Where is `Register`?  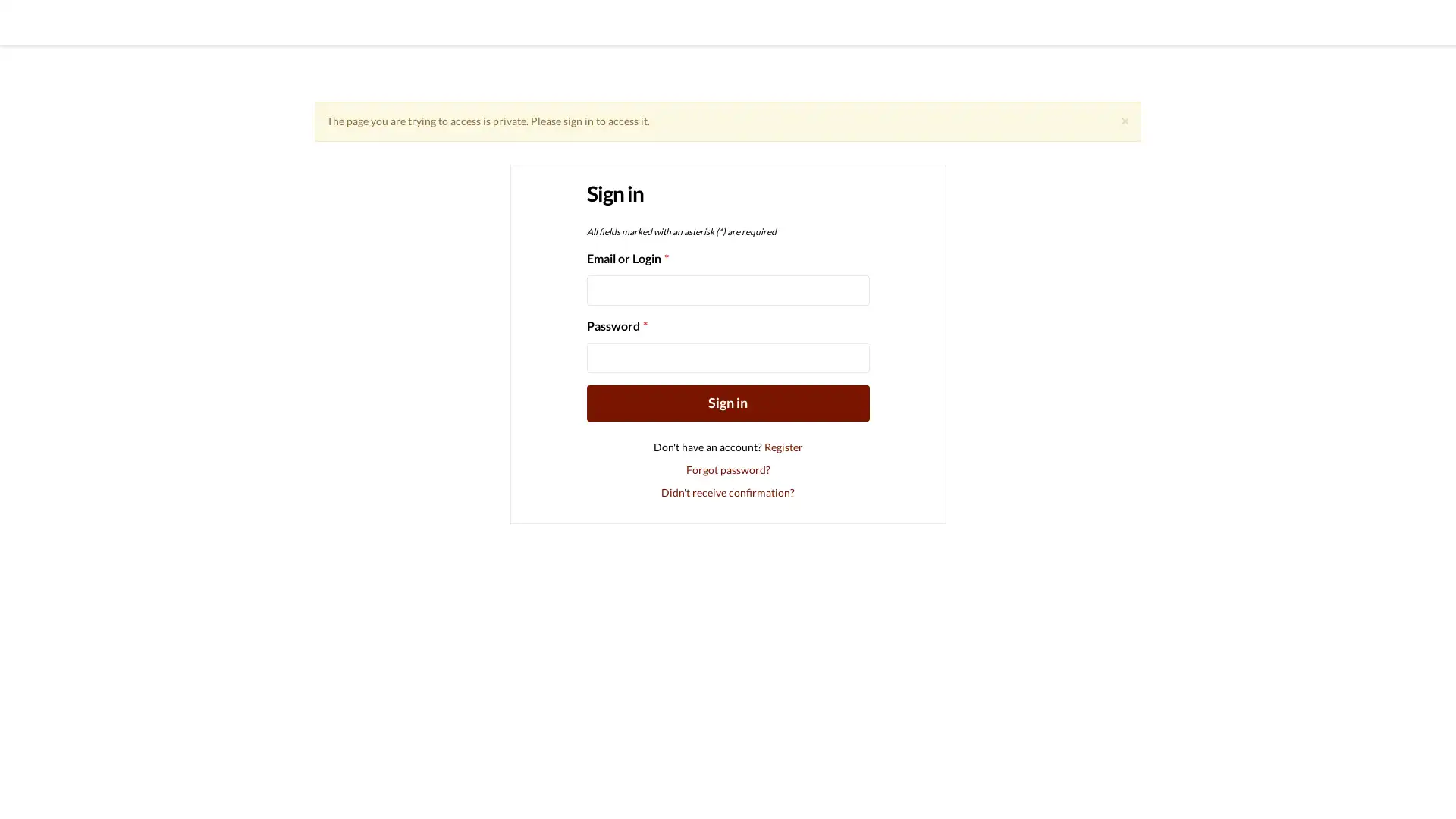 Register is located at coordinates (783, 445).